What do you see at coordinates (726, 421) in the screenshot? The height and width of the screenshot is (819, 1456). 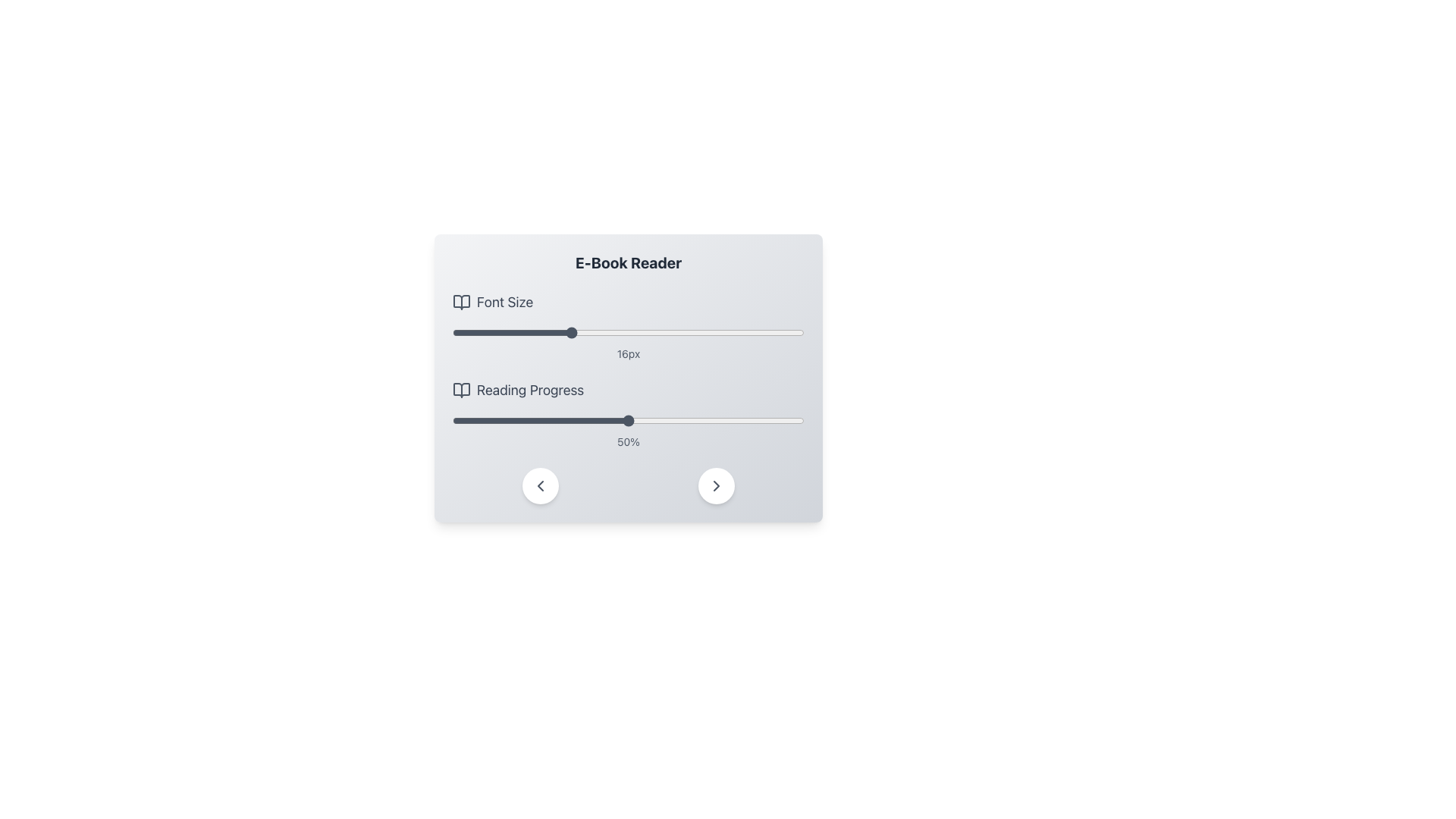 I see `the reading progress` at bounding box center [726, 421].